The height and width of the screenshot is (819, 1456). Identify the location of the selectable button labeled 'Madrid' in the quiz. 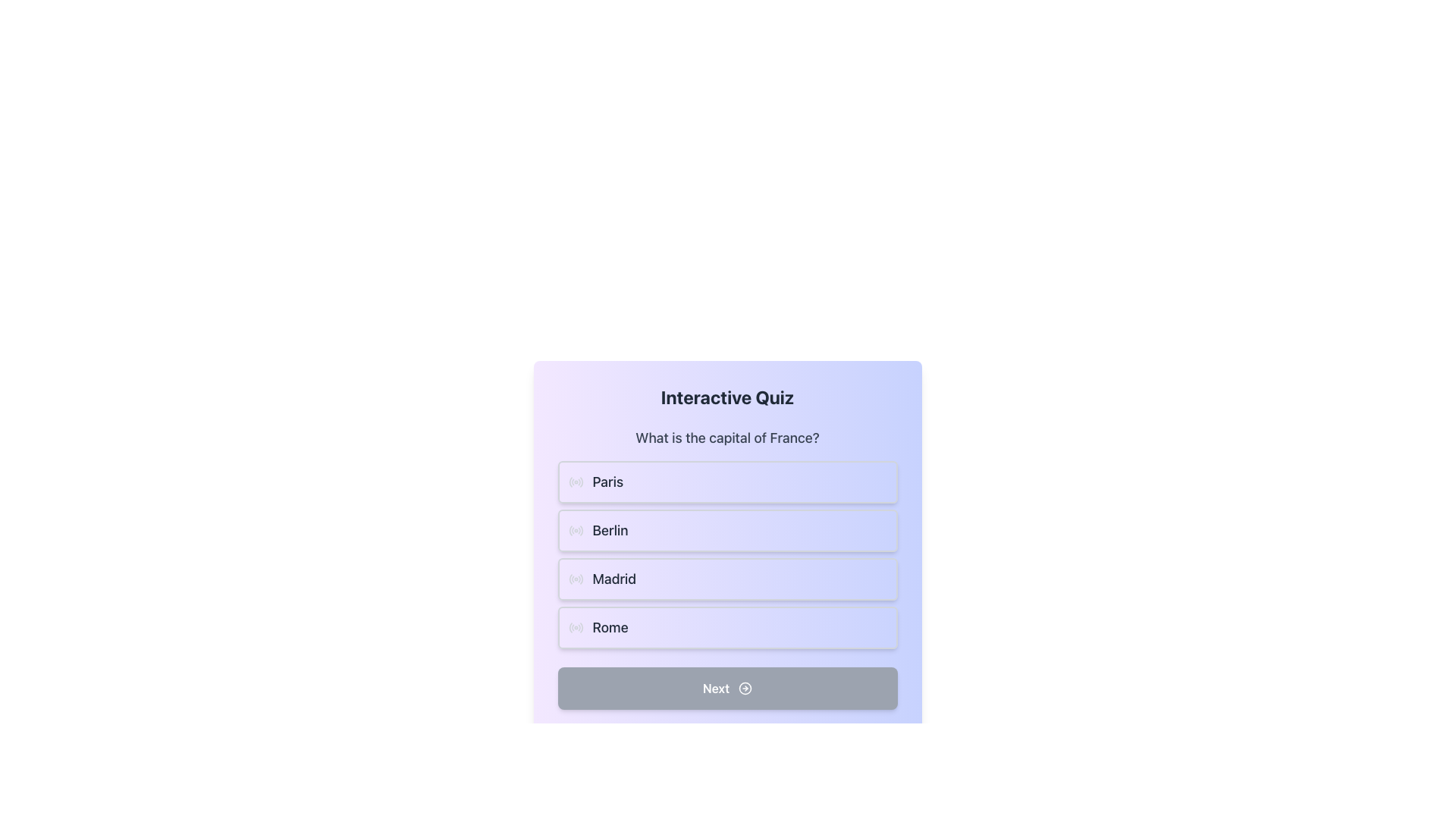
(726, 555).